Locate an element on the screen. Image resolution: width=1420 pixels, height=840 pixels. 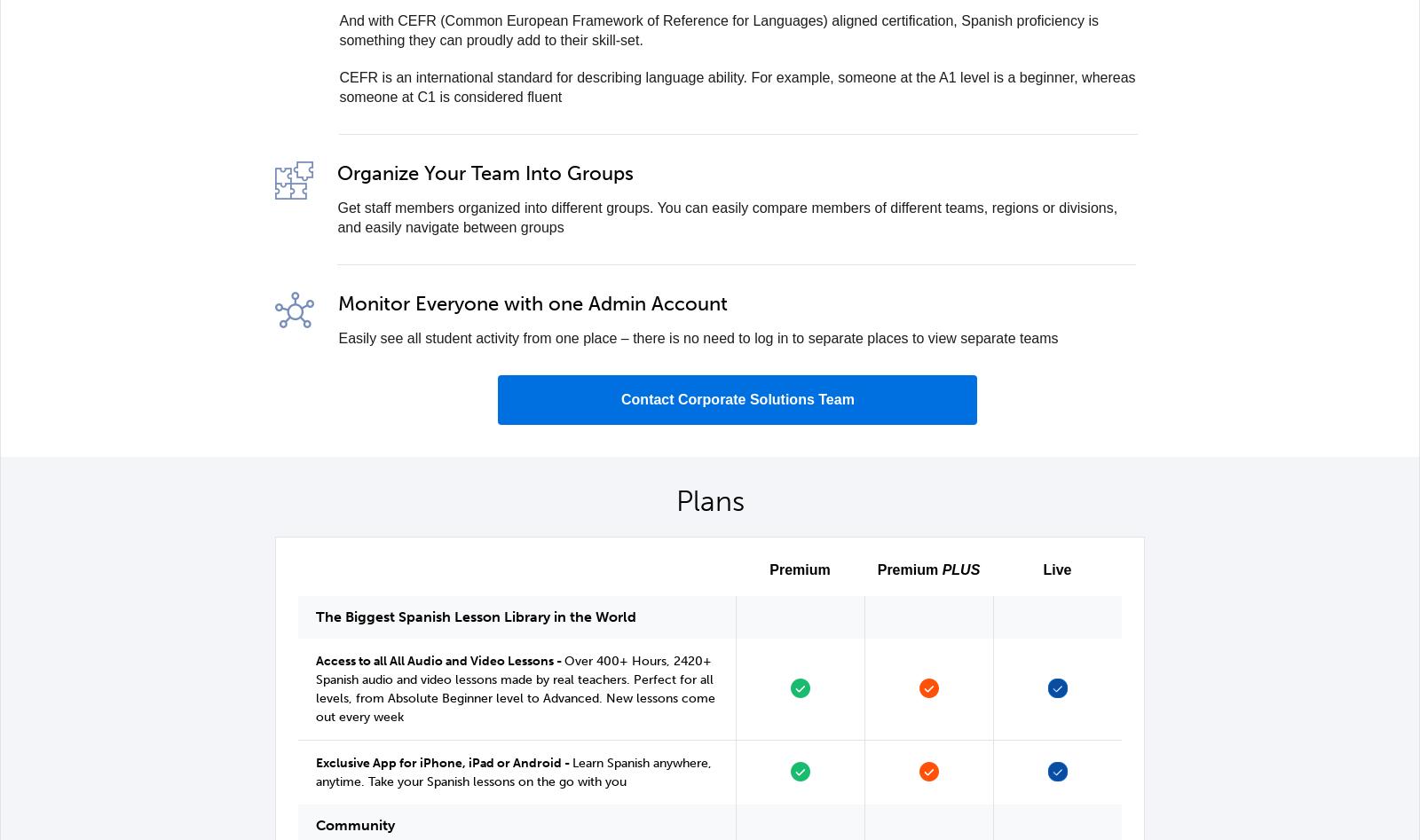
'Access to all All Audio and Video Lessons -' is located at coordinates (439, 660).